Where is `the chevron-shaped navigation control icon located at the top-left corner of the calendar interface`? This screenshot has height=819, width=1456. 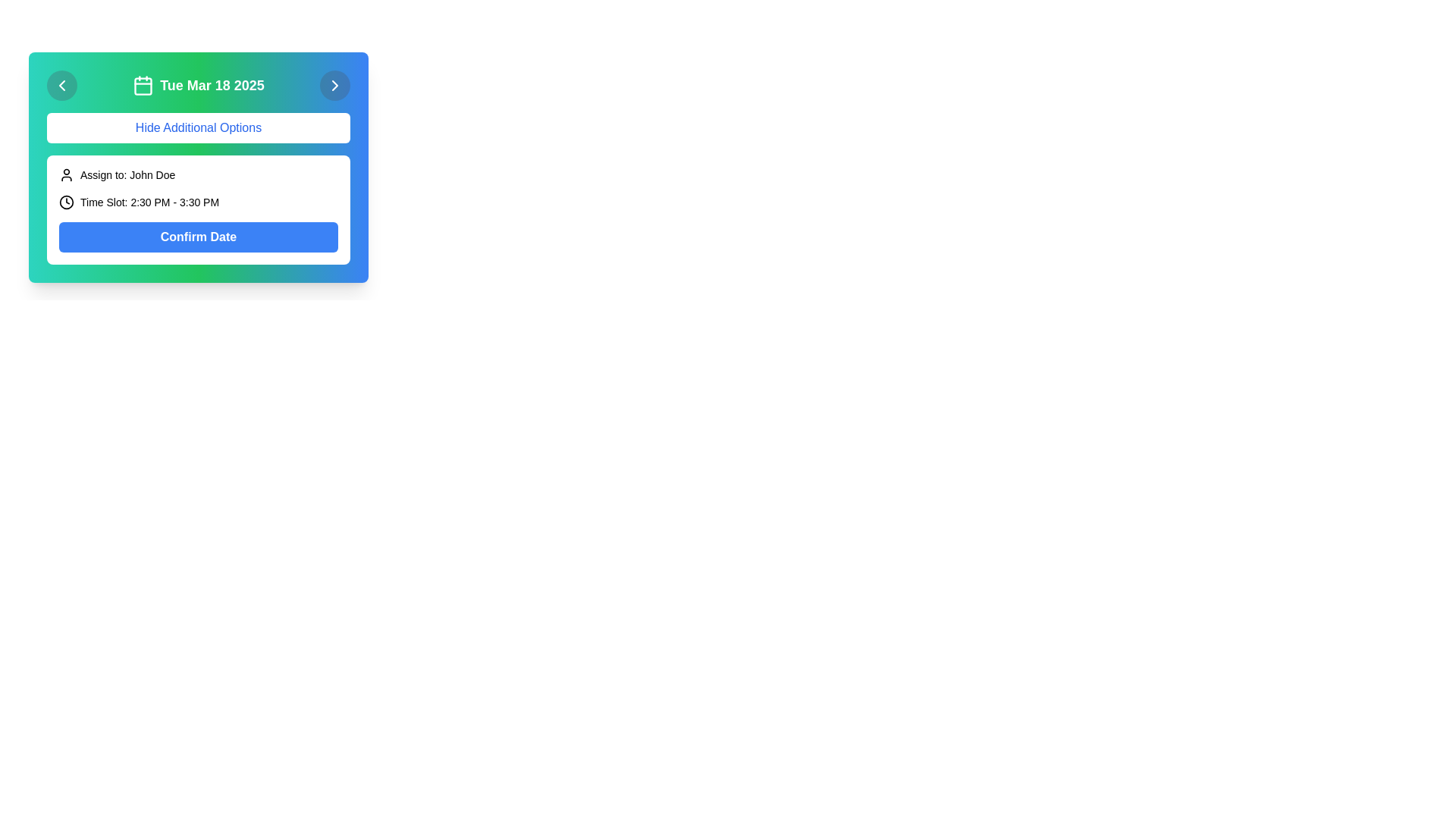 the chevron-shaped navigation control icon located at the top-left corner of the calendar interface is located at coordinates (61, 85).